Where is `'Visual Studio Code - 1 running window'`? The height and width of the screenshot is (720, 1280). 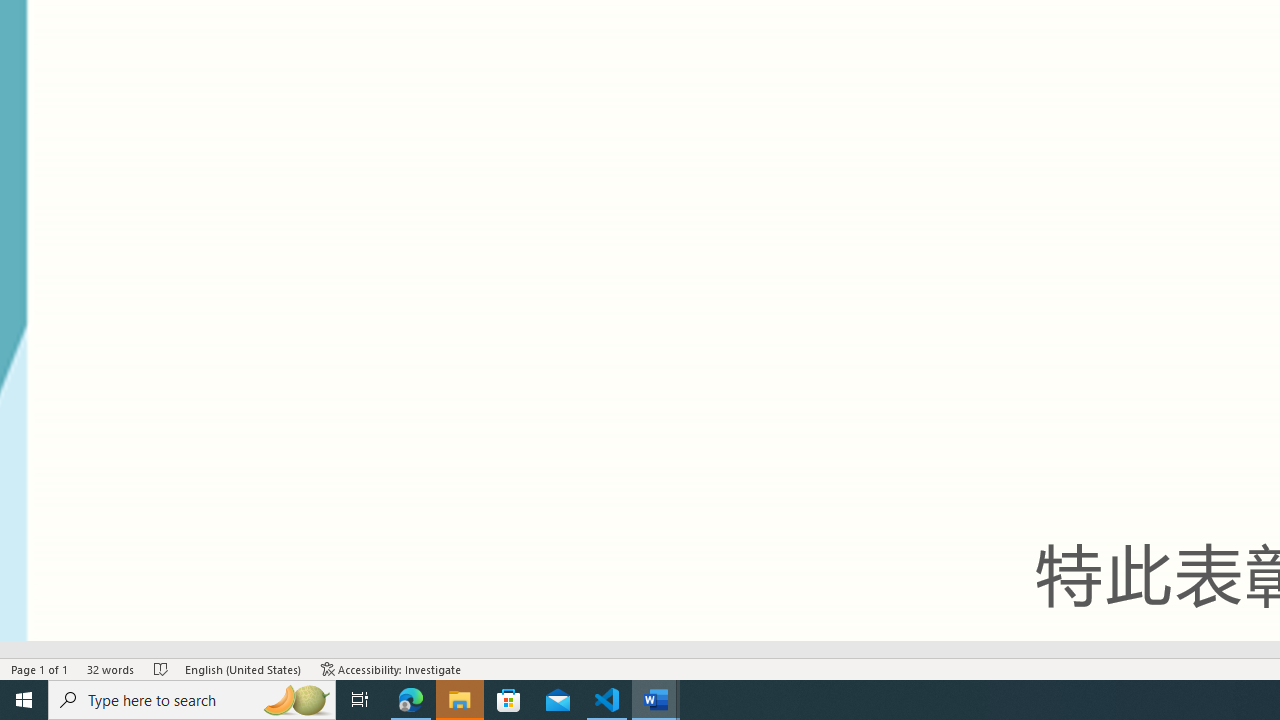
'Visual Studio Code - 1 running window' is located at coordinates (606, 698).